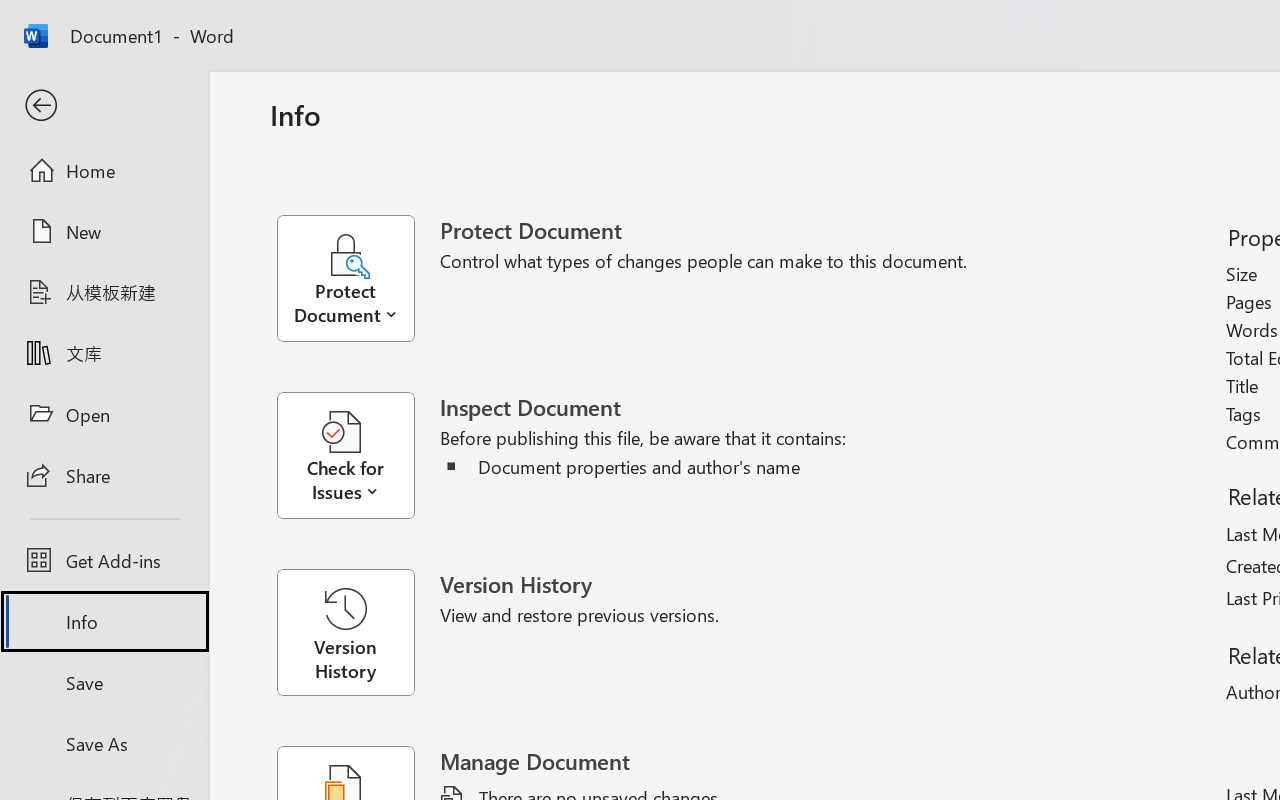  What do you see at coordinates (103, 105) in the screenshot?
I see `'Back'` at bounding box center [103, 105].